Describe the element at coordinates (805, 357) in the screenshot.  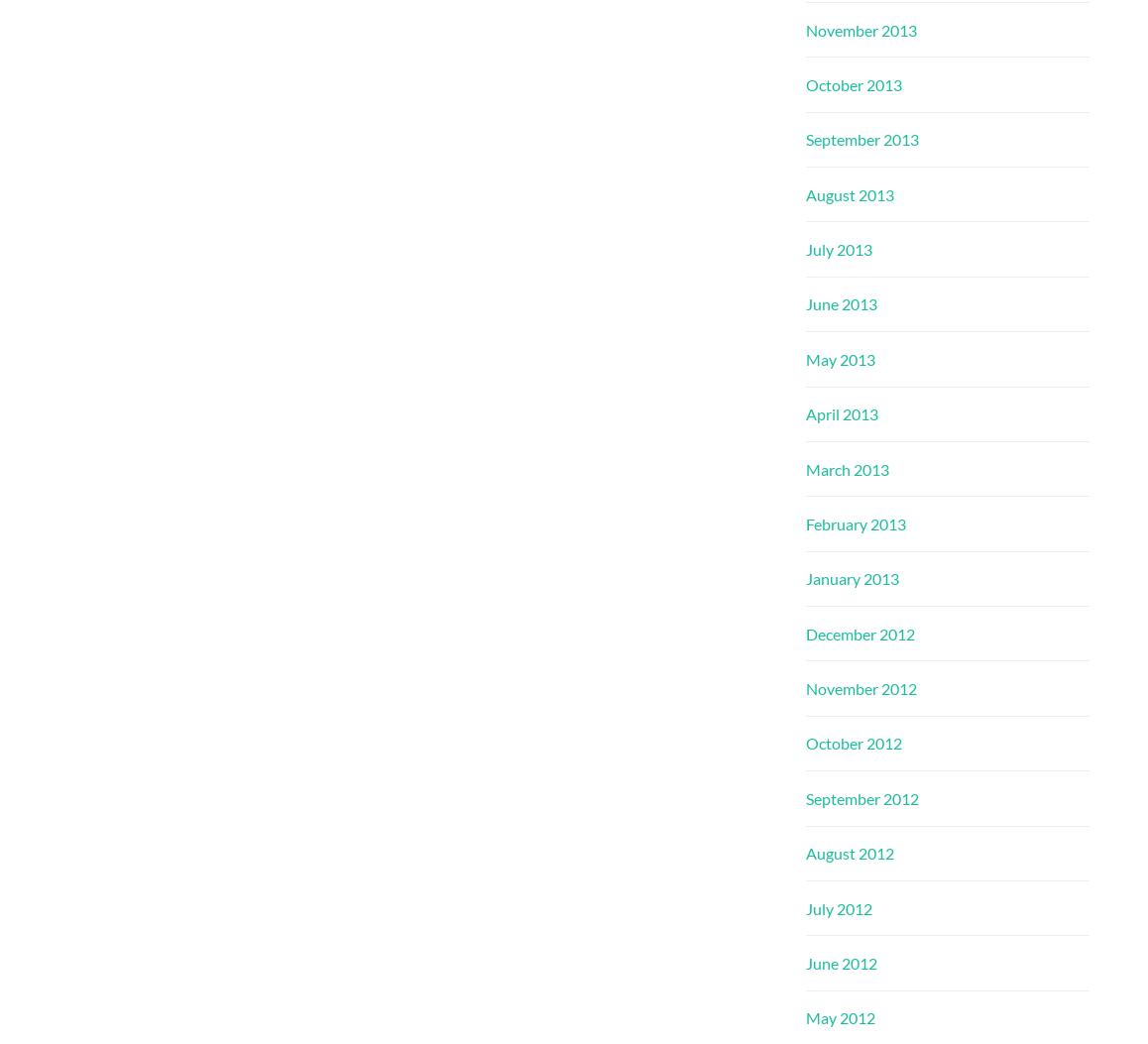
I see `'May 2013'` at that location.